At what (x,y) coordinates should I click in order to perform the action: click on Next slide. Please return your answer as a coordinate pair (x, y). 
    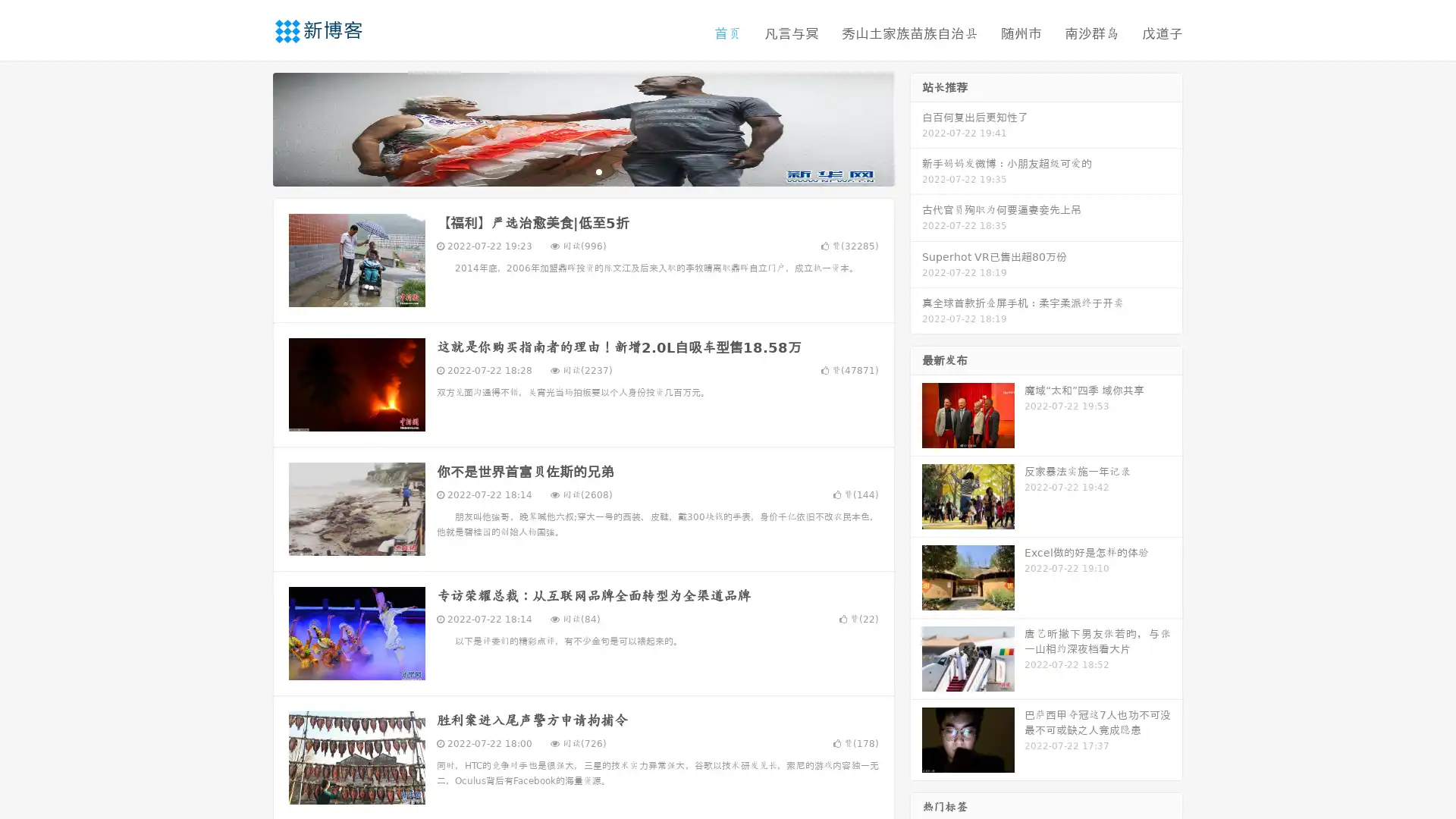
    Looking at the image, I should click on (916, 127).